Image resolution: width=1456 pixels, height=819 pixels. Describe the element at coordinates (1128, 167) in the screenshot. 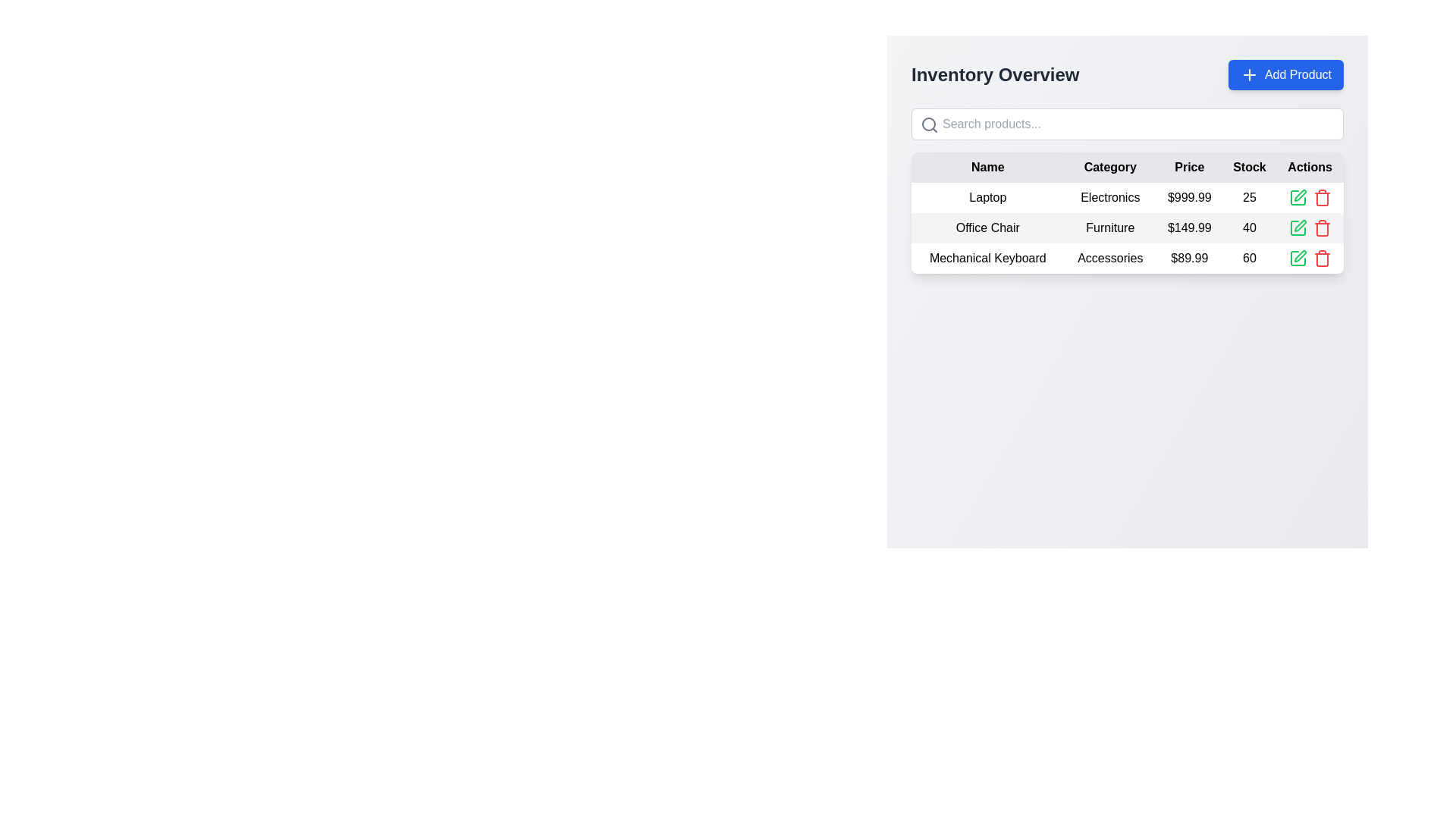

I see `the 'Category' label in the Table Header Row, which is styled with a gray background and contains labels like 'Name', 'Category', 'Price', 'Stock', and 'Actions'` at that location.